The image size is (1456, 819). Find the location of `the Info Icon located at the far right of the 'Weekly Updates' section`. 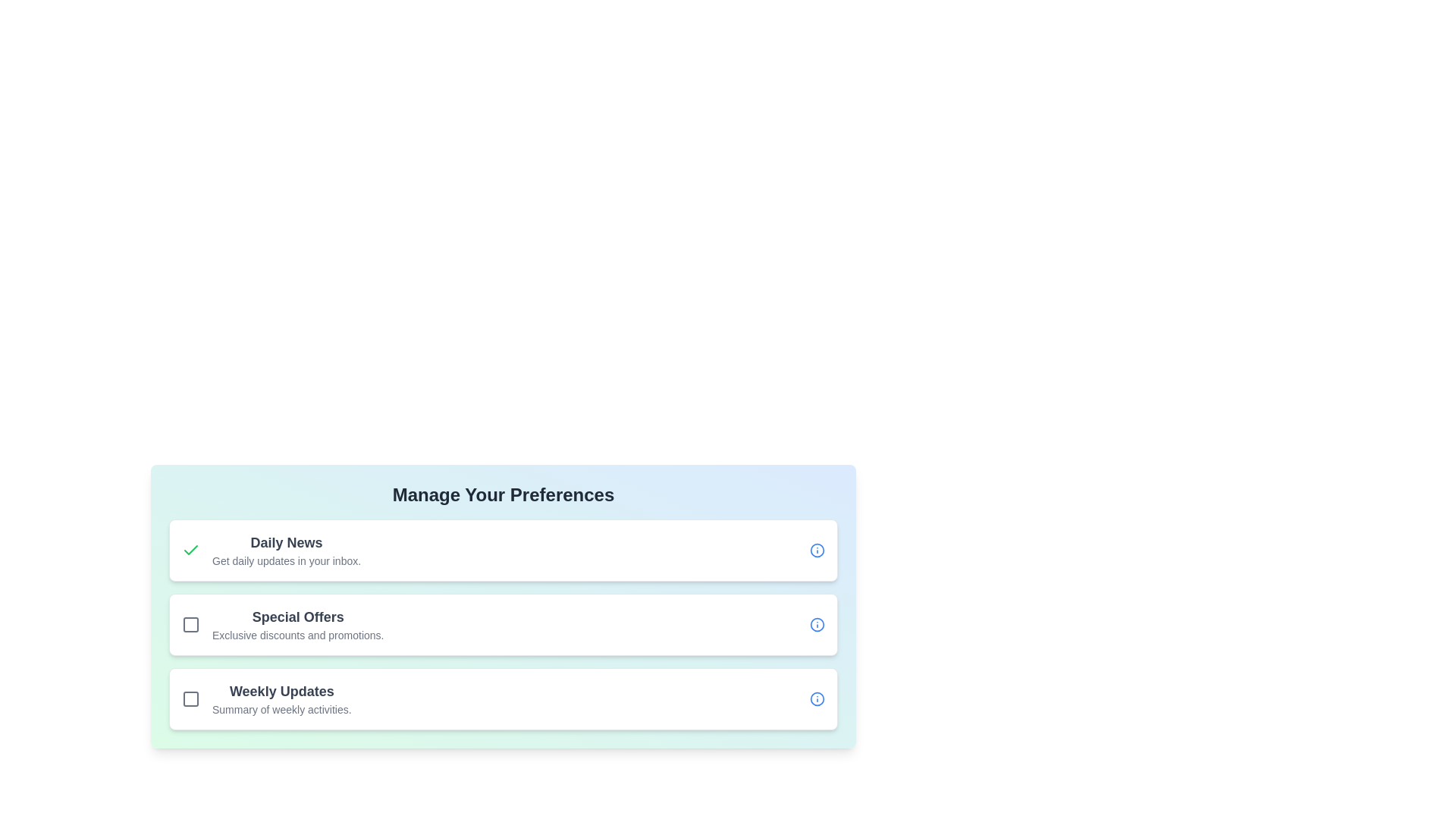

the Info Icon located at the far right of the 'Weekly Updates' section is located at coordinates (817, 698).